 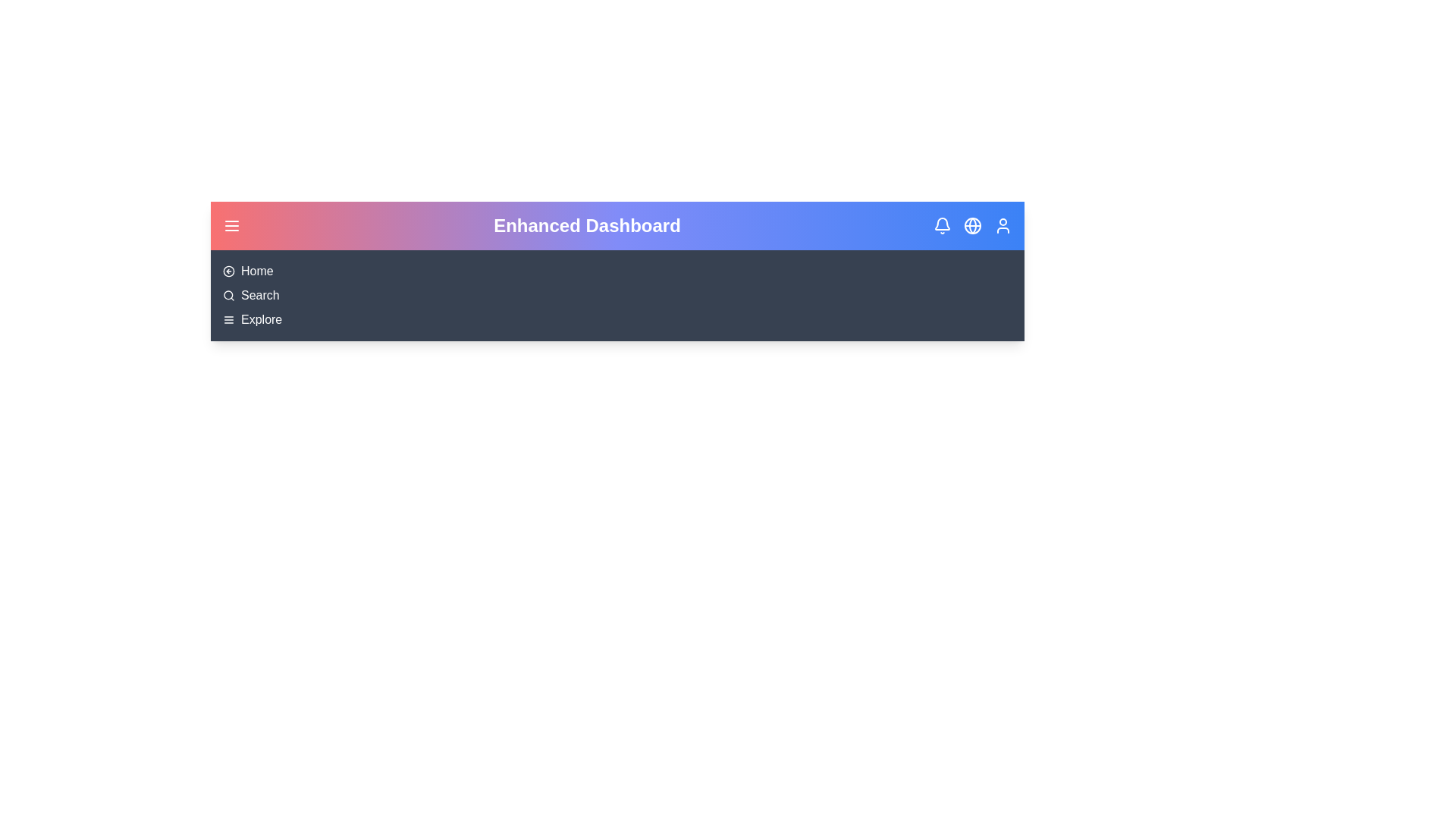 I want to click on the explore element, so click(x=262, y=318).